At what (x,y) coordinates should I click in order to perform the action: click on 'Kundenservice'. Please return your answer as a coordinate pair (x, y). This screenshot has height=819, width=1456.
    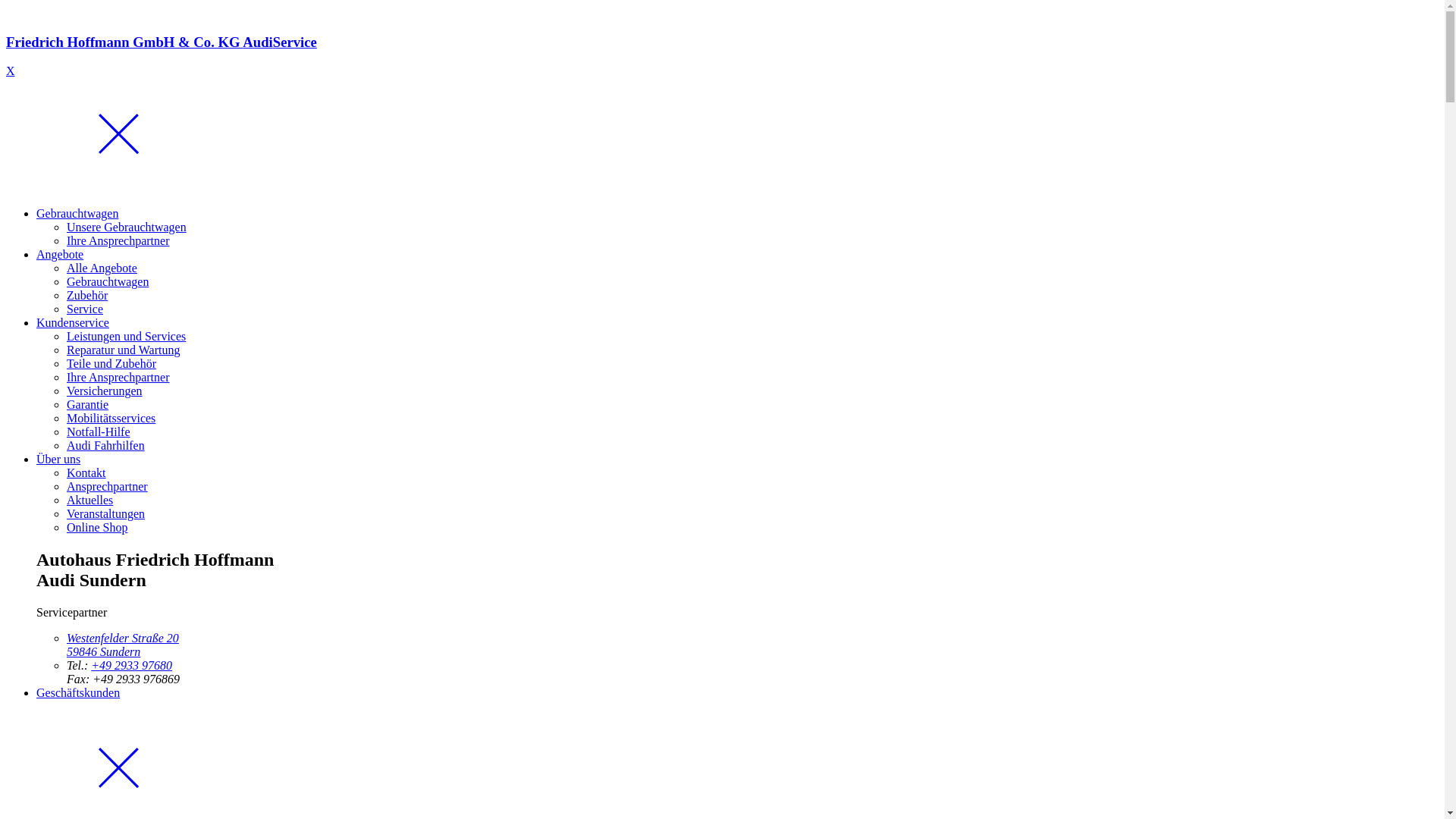
    Looking at the image, I should click on (72, 322).